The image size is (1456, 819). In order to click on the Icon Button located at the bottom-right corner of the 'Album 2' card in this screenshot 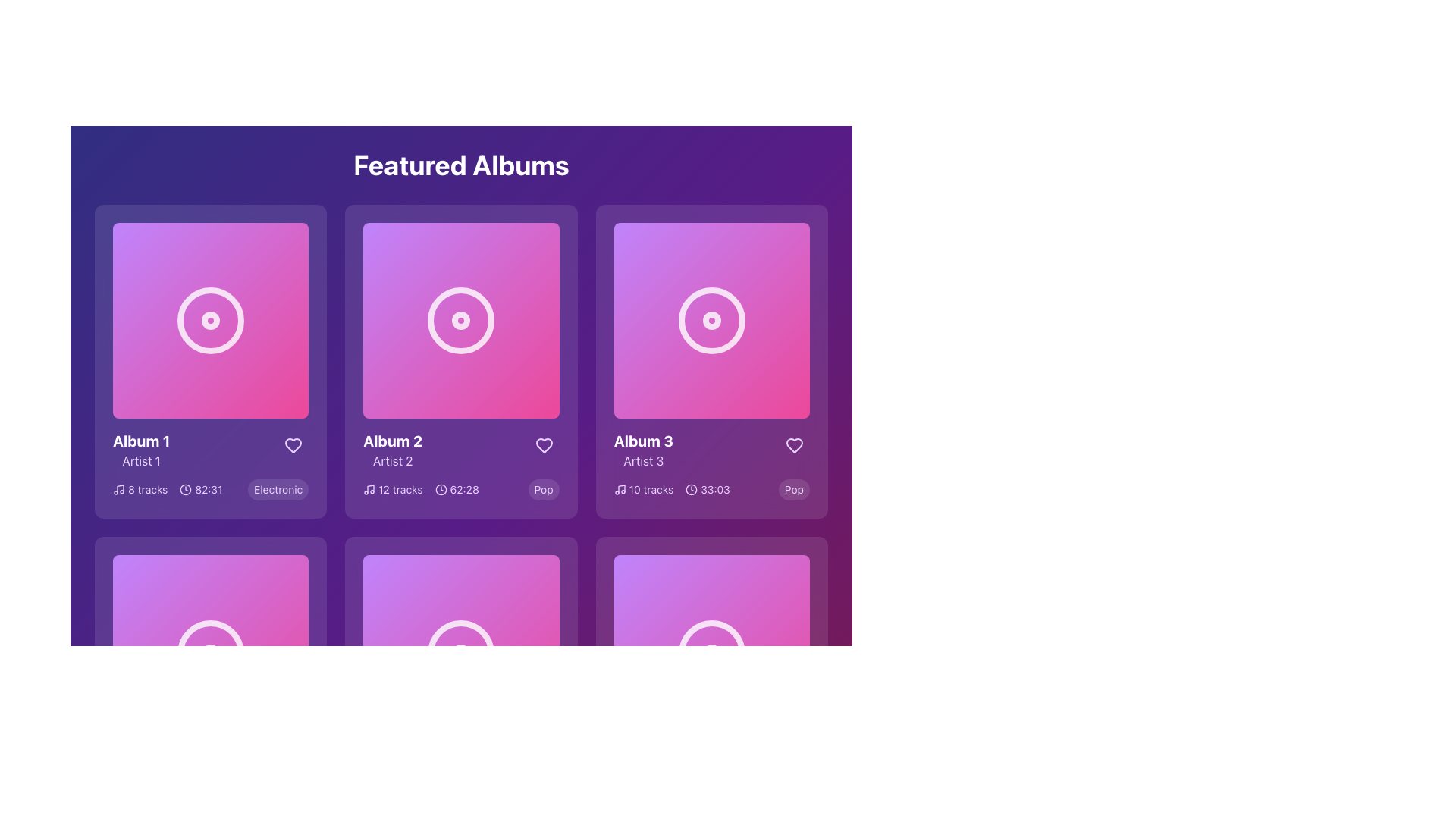, I will do `click(544, 445)`.